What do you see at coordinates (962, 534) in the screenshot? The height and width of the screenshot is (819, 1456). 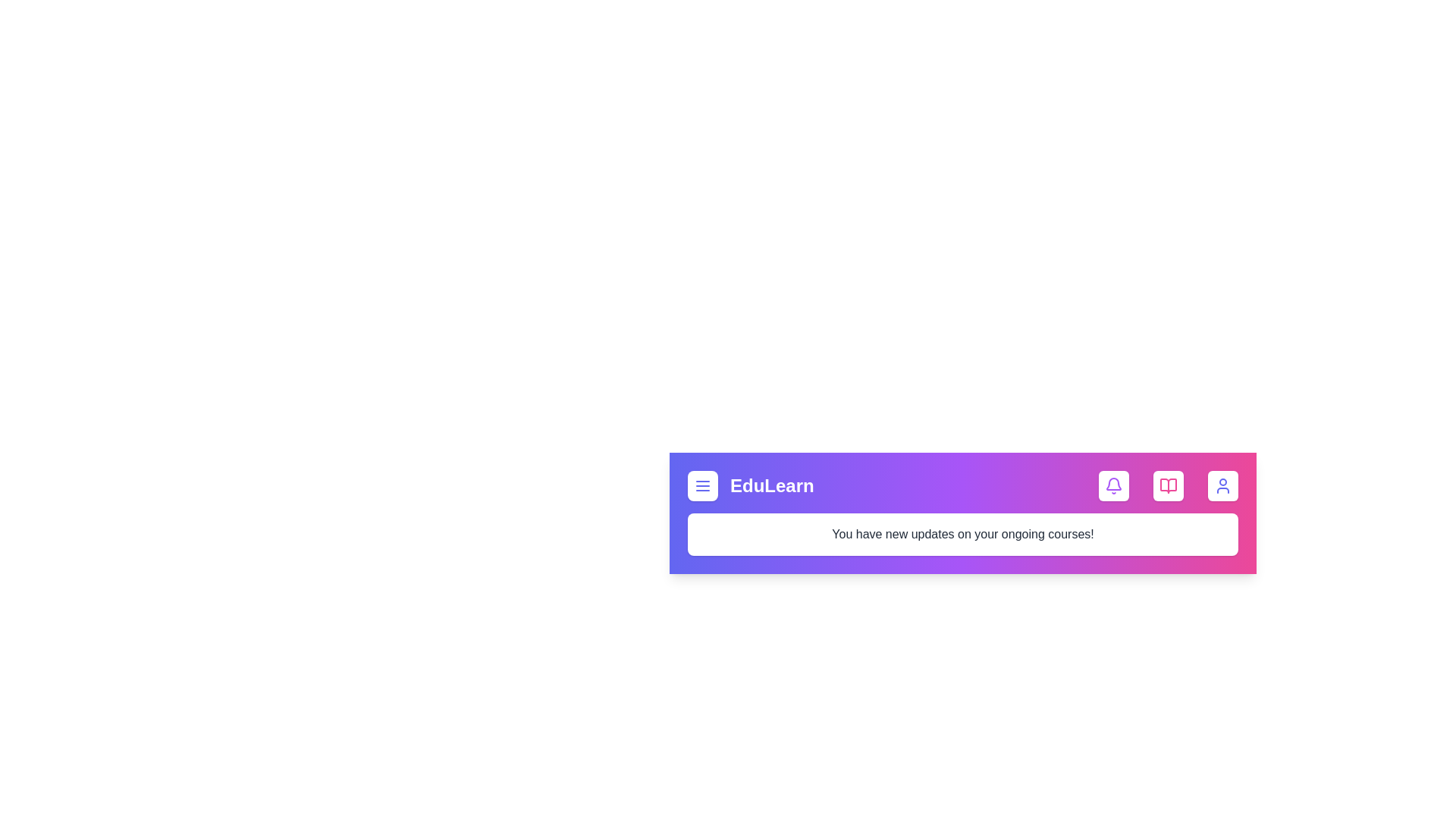 I see `the text 'You have new updates on your ongoing courses!' to select it` at bounding box center [962, 534].